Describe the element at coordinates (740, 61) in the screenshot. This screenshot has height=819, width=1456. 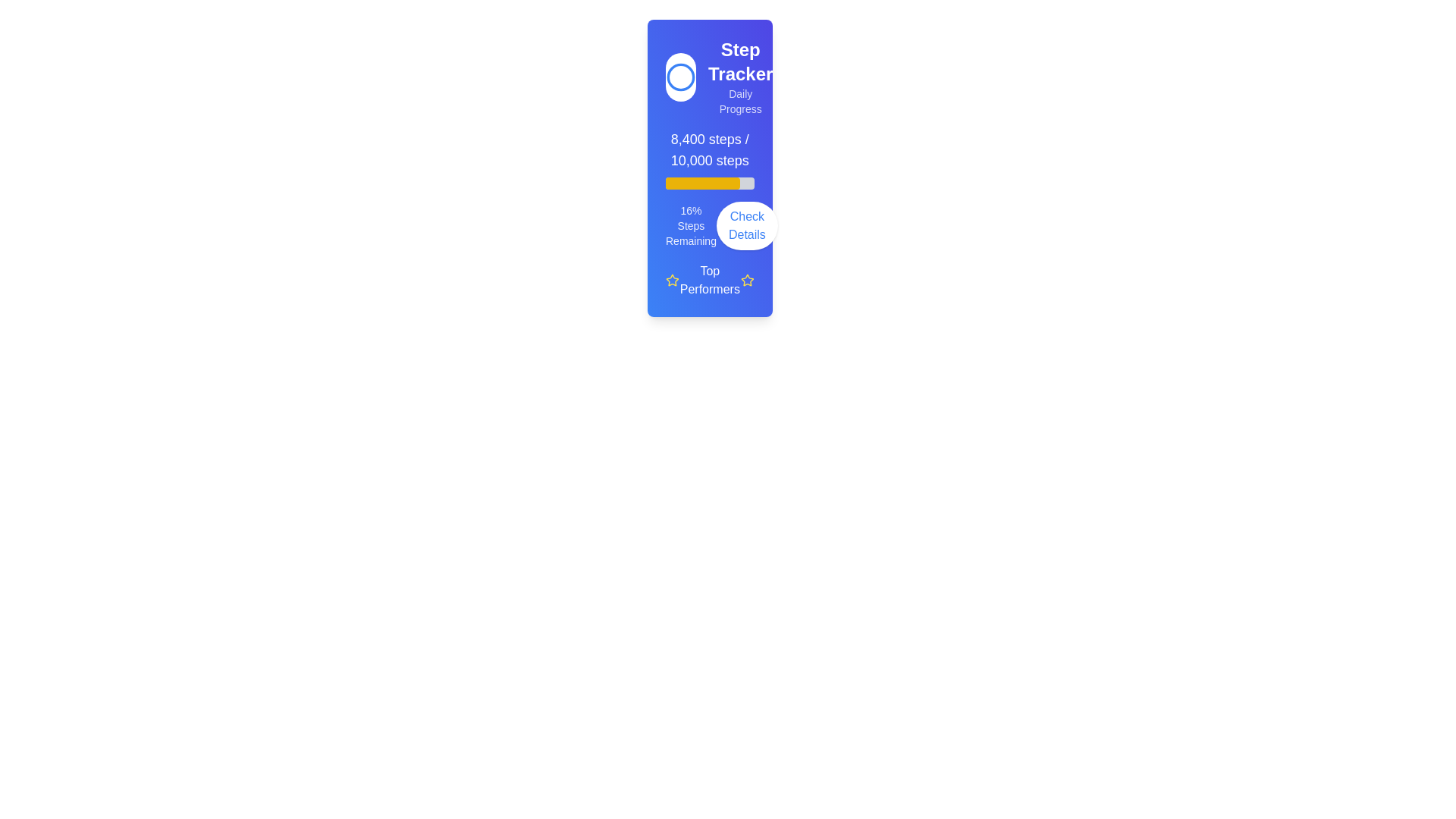
I see `text label that displays 'Step Tracker', which is prominently styled with a larger font size and bold weight, located at the top of the card containing progress and performance data` at that location.